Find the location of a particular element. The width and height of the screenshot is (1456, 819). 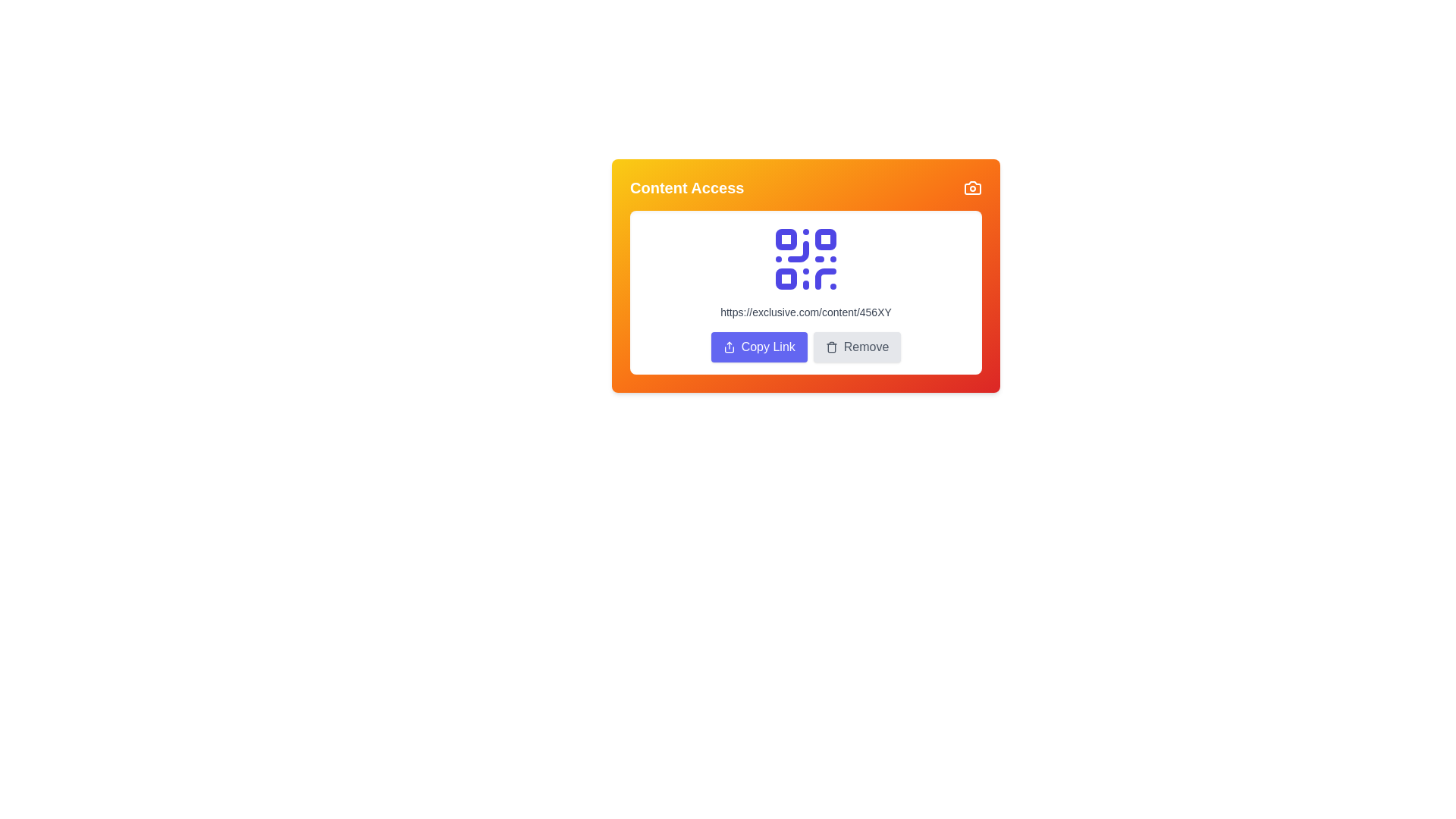

the 'Remove' button, which has a light gray background, rounded corners, a trash bin icon on the left, and is located in the bottom-right area of a card component is located at coordinates (856, 347).